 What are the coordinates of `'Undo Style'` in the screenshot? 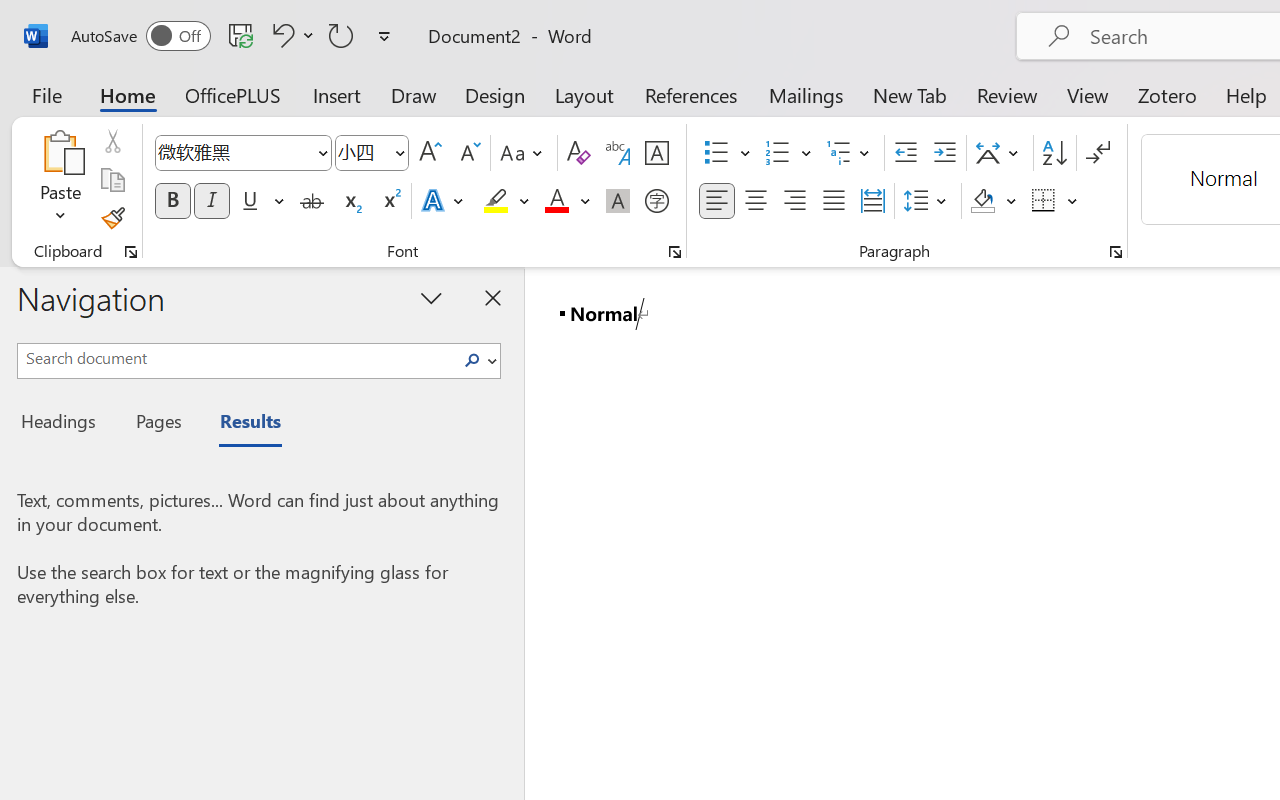 It's located at (289, 34).